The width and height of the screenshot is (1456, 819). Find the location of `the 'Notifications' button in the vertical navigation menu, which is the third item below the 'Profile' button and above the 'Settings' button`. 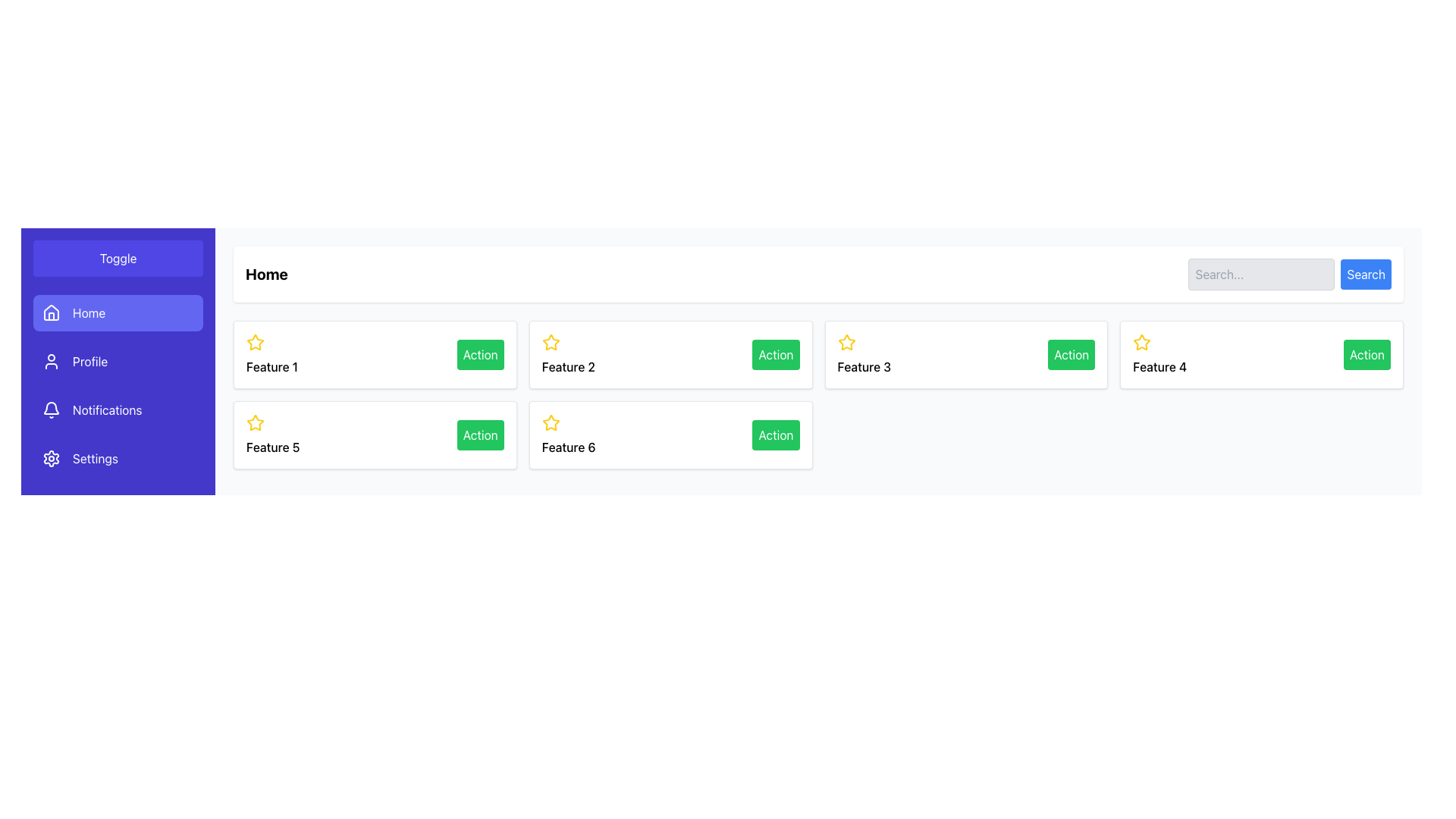

the 'Notifications' button in the vertical navigation menu, which is the third item below the 'Profile' button and above the 'Settings' button is located at coordinates (118, 409).